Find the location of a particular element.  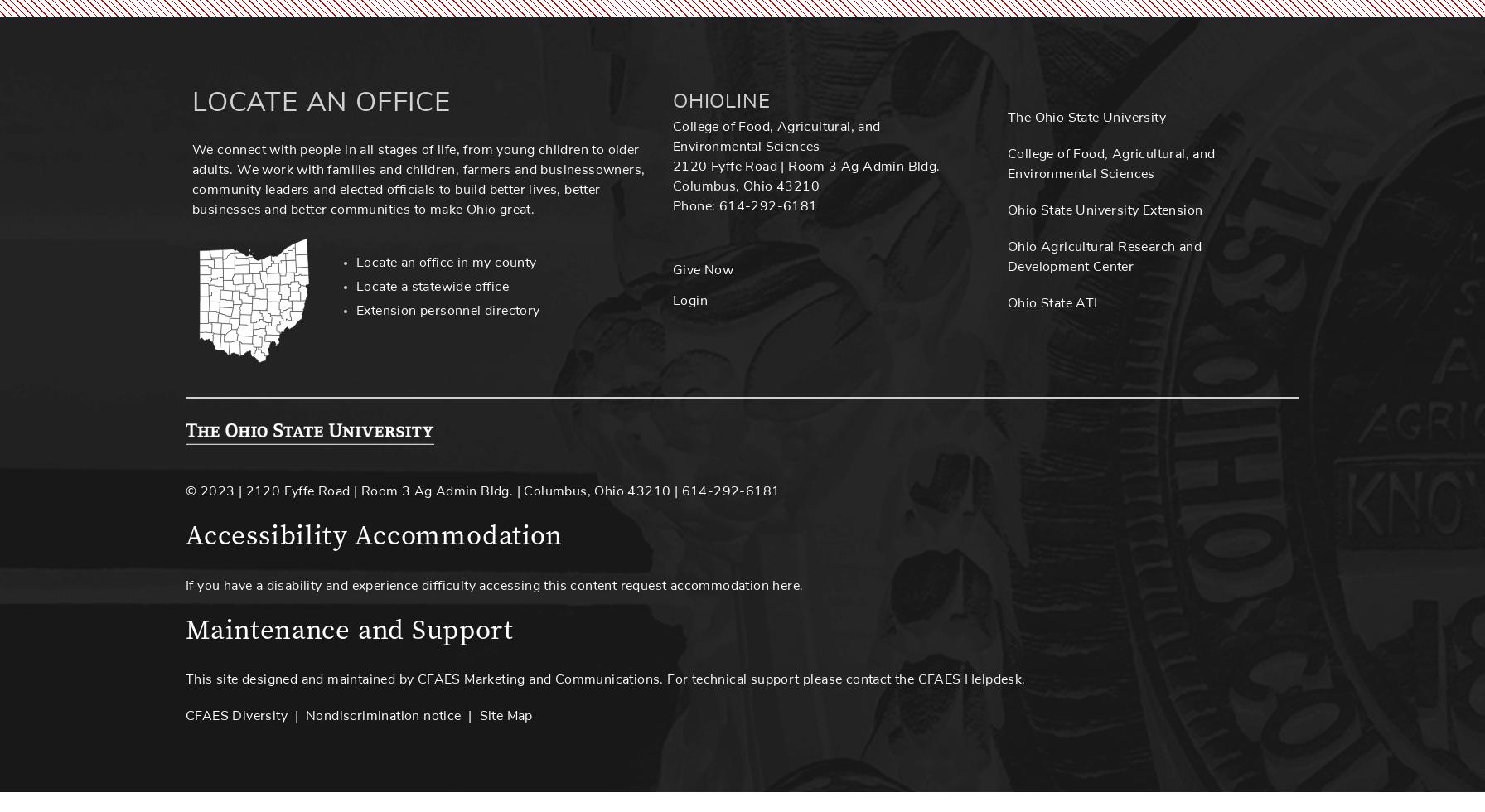

'Locate an office in my county' is located at coordinates (446, 263).